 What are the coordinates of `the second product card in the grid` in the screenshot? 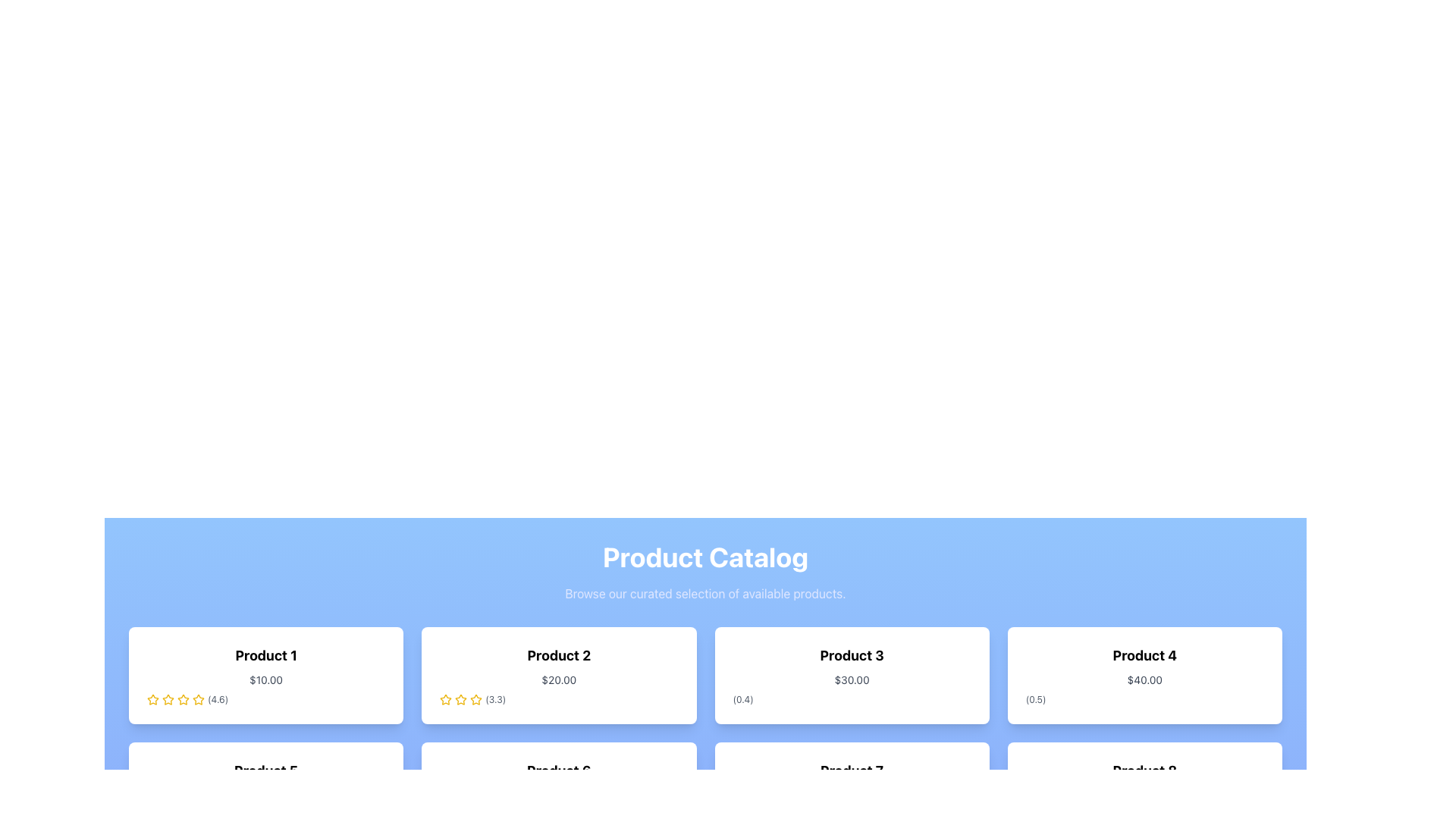 It's located at (558, 675).